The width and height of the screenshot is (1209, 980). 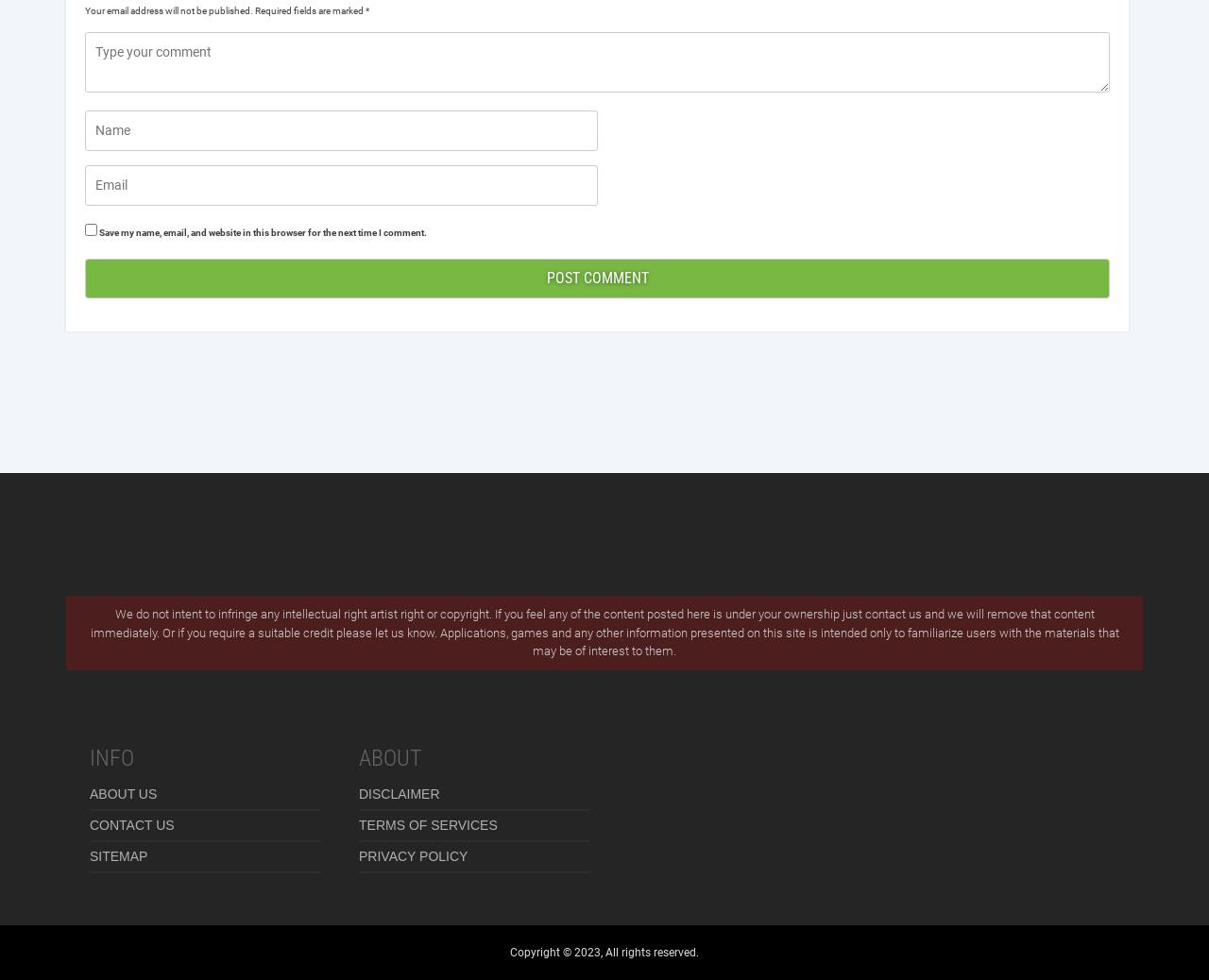 I want to click on 'Save my name, email, and website in this browser for the next time I comment.', so click(x=262, y=231).